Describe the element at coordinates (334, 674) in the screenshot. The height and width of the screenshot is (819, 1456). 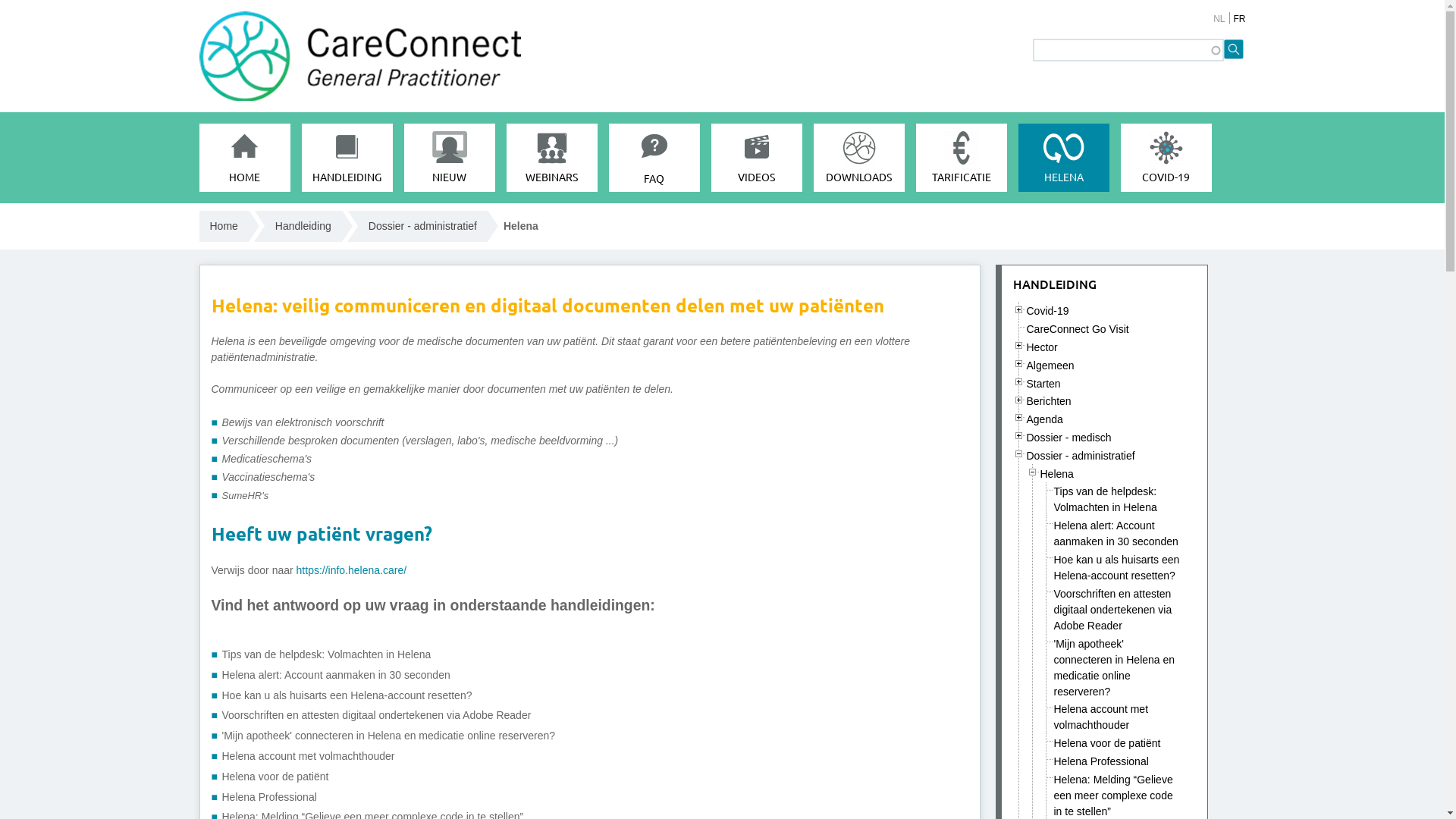
I see `'Helena alert: Account aanmaken in 30 seconden'` at that location.